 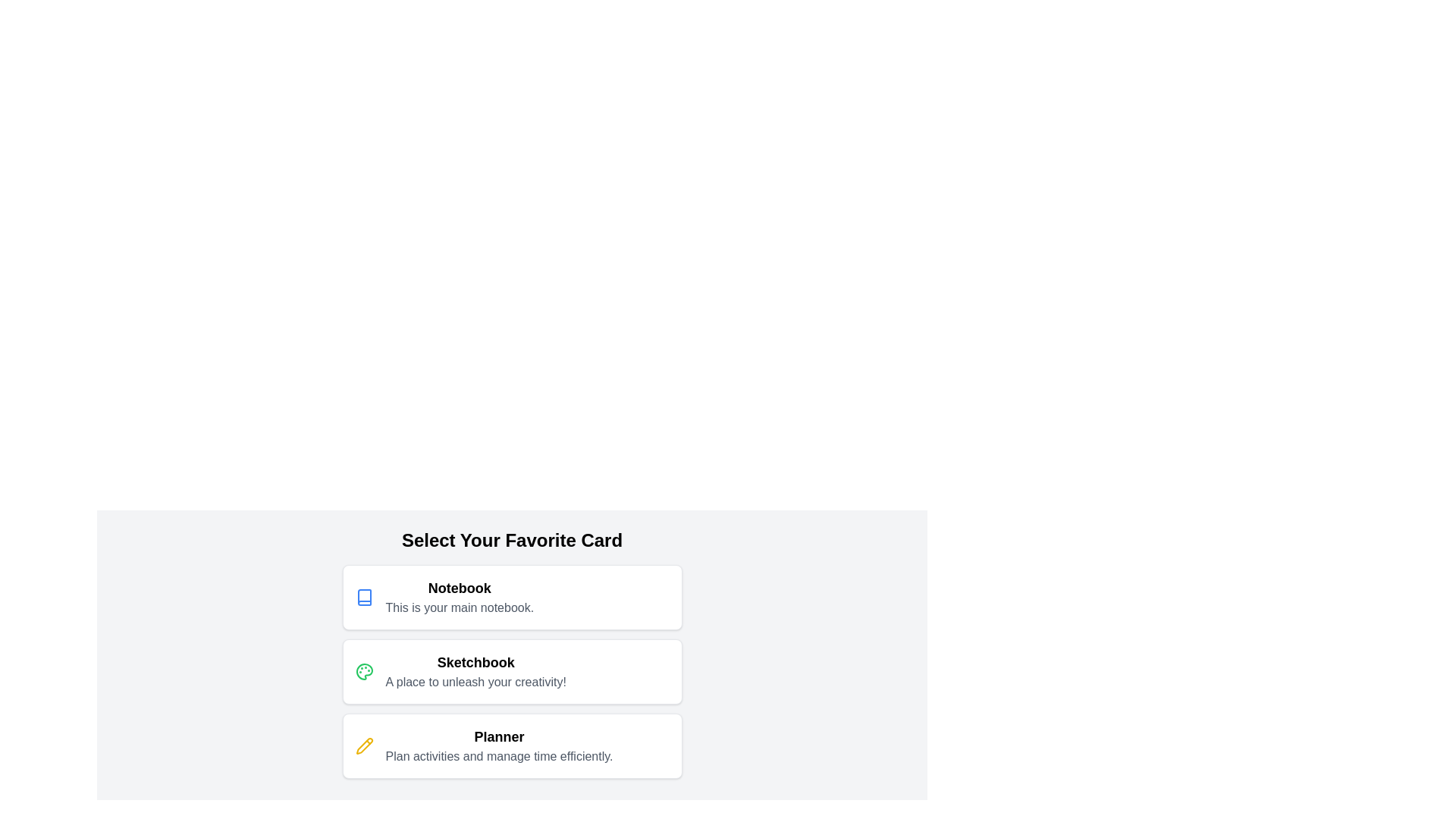 I want to click on the 'Sketchbook' feature card, which is the second card in a vertical list of three cards located between the 'Notebook' and 'Planner' cards, so click(x=512, y=671).